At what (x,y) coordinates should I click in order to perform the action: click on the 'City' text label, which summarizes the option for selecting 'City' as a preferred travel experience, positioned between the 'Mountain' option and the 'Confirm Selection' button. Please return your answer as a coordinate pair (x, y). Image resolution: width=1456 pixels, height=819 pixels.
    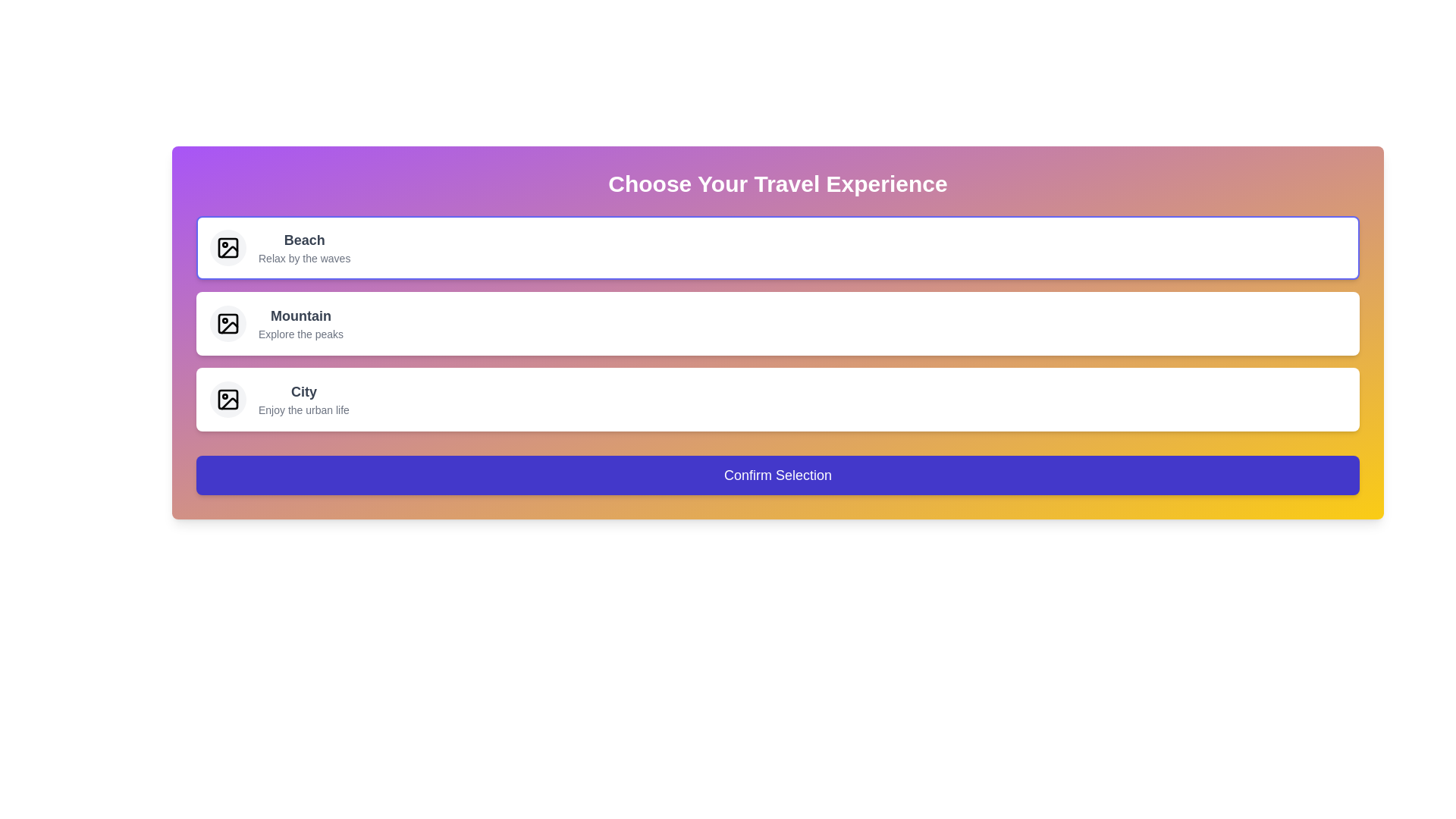
    Looking at the image, I should click on (303, 399).